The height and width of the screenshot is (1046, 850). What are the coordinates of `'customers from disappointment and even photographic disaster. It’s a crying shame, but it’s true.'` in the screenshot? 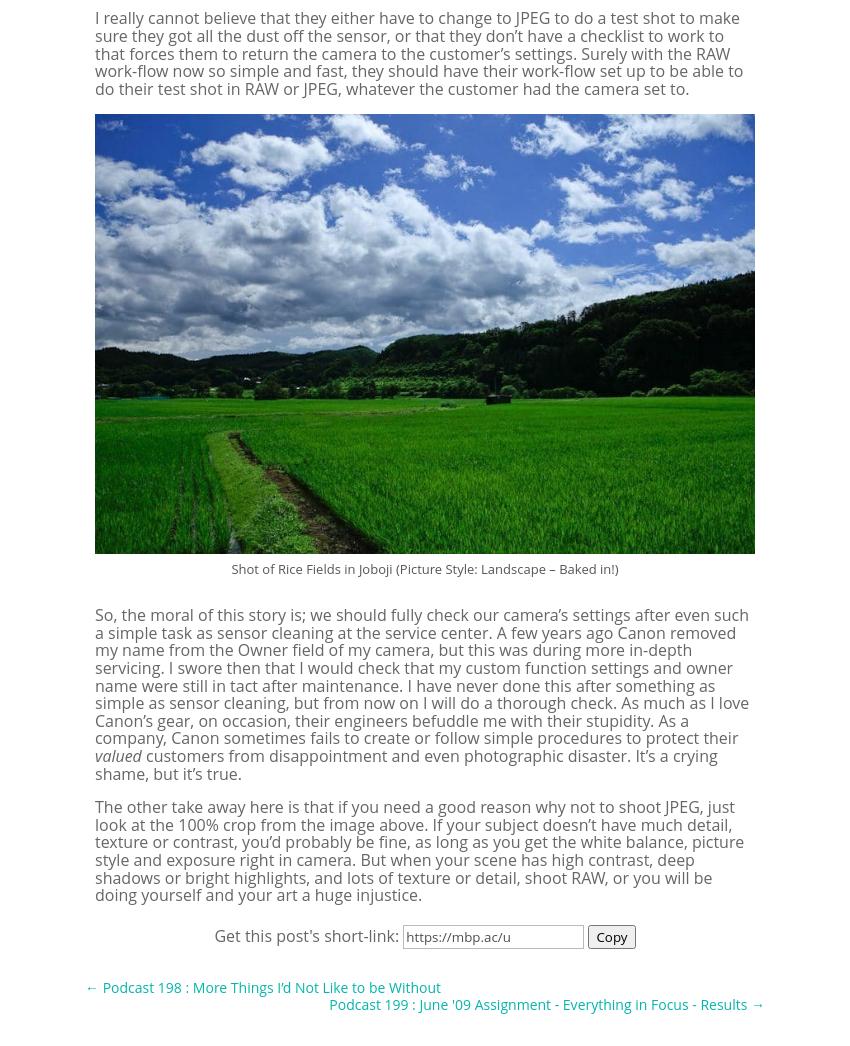 It's located at (405, 762).